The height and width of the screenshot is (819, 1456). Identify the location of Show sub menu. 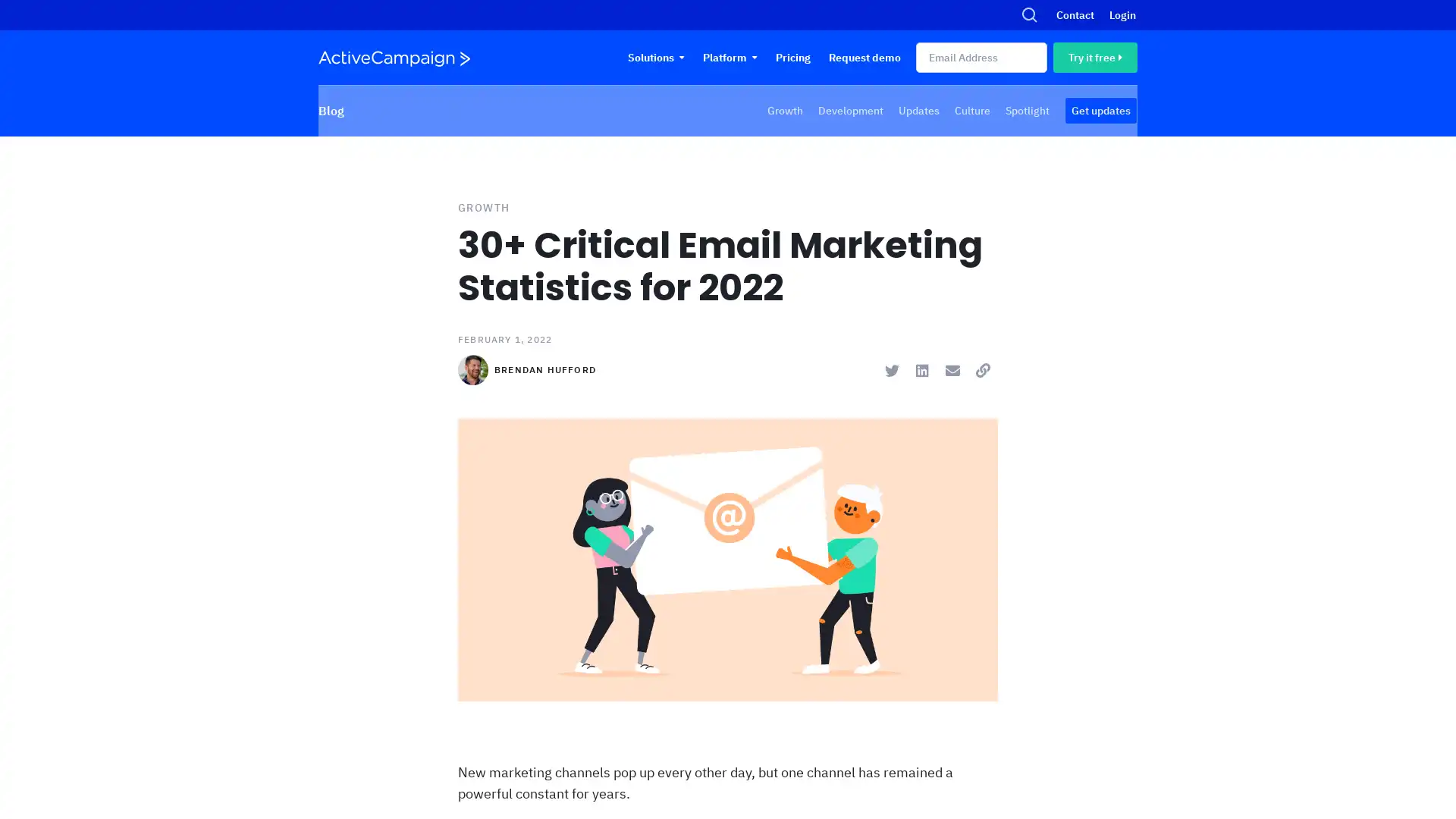
(680, 57).